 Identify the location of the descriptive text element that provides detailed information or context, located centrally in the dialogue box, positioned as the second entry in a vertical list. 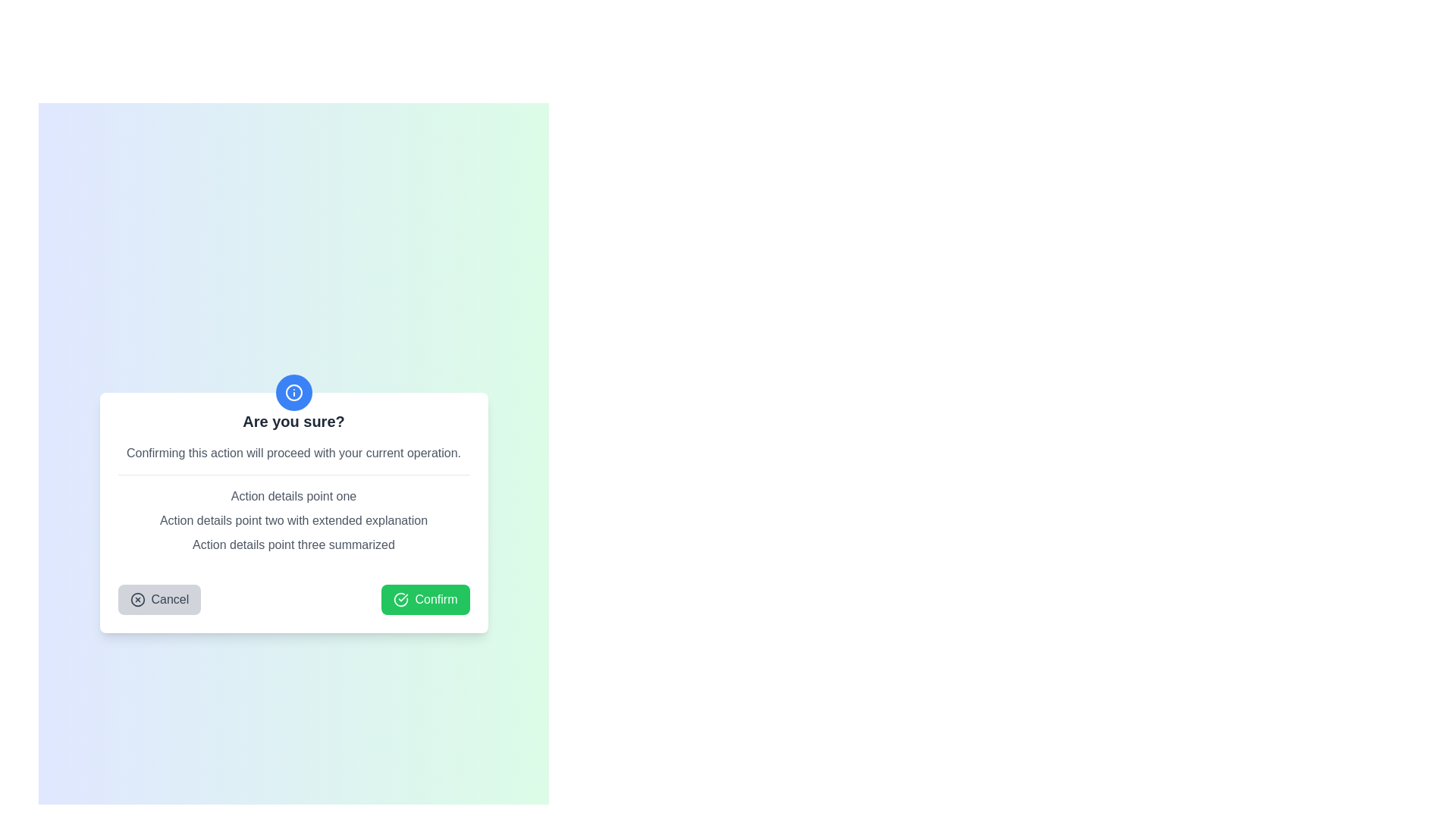
(293, 519).